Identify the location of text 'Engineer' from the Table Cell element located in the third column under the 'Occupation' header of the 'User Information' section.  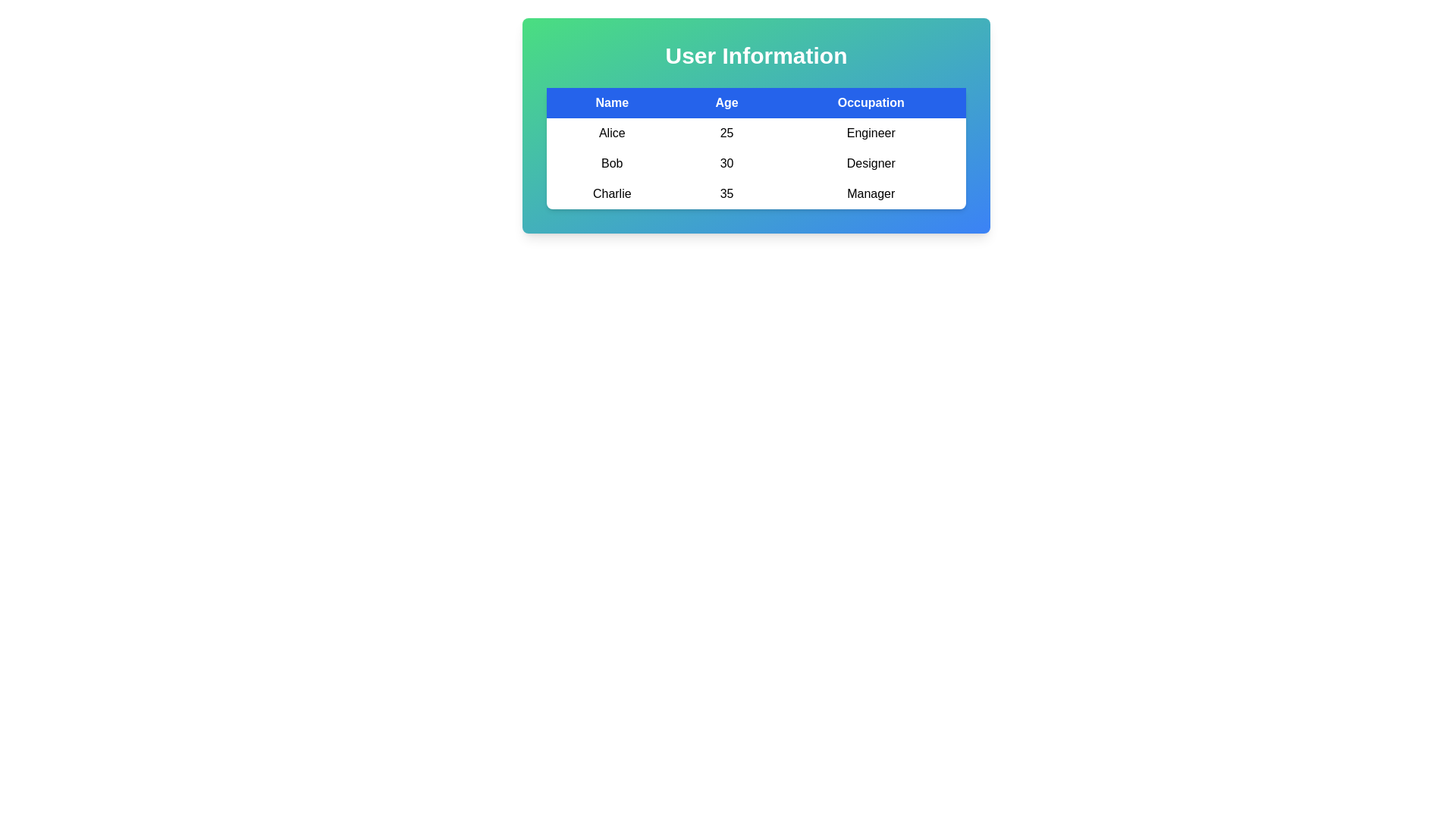
(871, 133).